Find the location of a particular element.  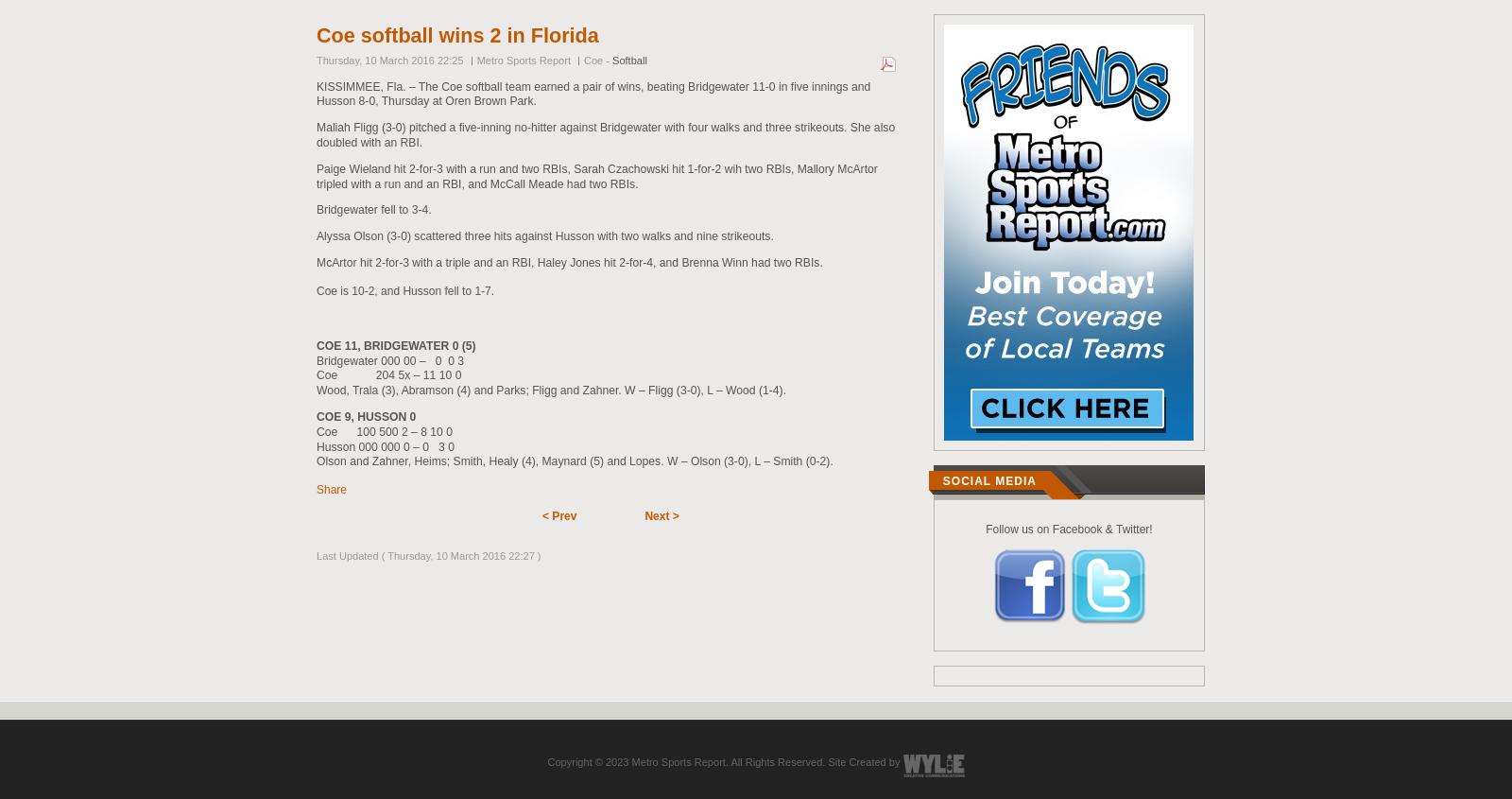

'Maliah Fligg (3-0) pitched a five-inning no-hitter against Bridgewater with four walks and three strikeouts. She also doubled with an RBI.' is located at coordinates (605, 134).